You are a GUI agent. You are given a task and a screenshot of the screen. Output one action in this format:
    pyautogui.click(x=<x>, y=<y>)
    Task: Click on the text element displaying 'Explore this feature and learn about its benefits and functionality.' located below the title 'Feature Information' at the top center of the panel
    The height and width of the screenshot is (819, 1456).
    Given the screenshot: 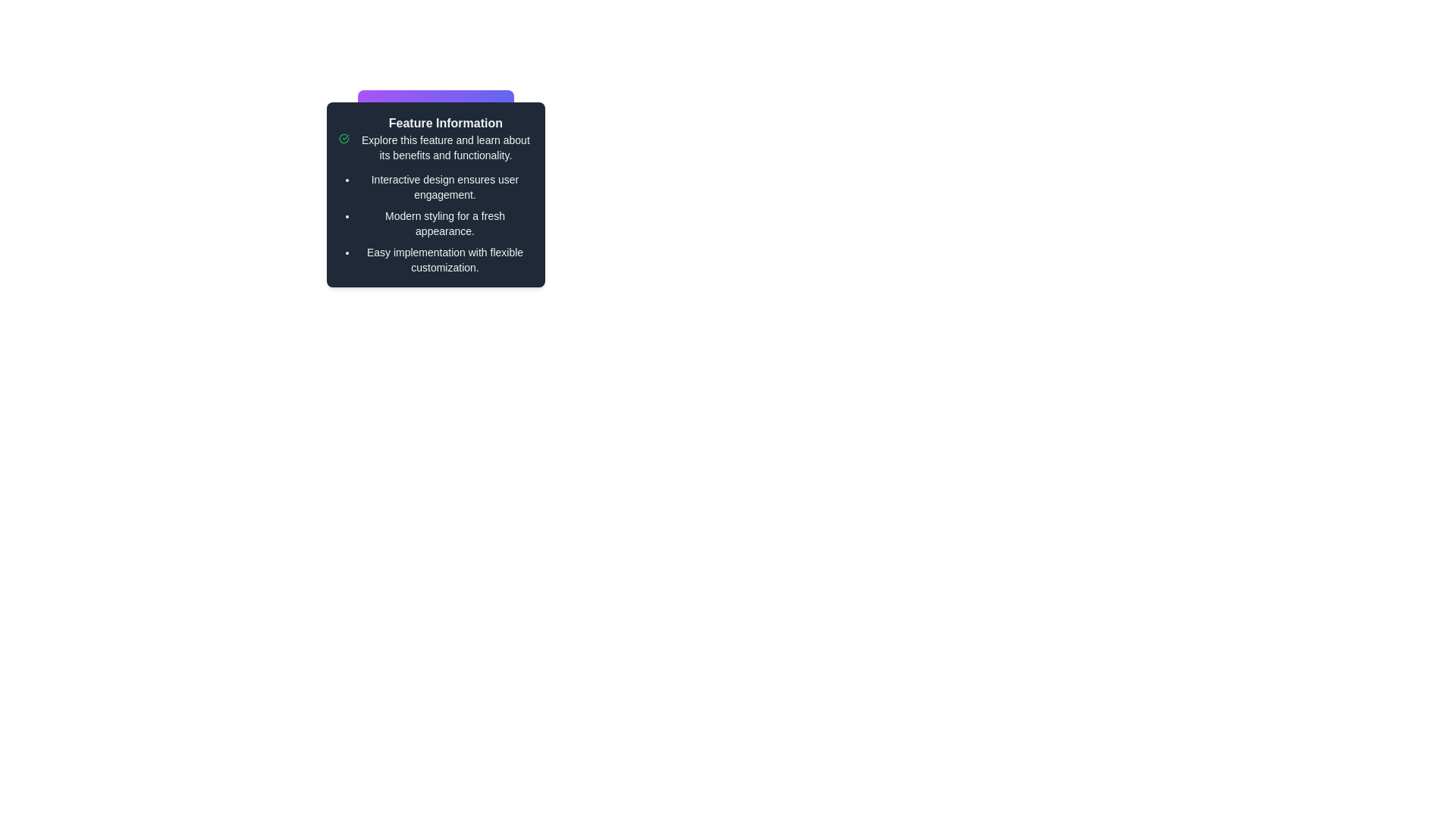 What is the action you would take?
    pyautogui.click(x=444, y=148)
    